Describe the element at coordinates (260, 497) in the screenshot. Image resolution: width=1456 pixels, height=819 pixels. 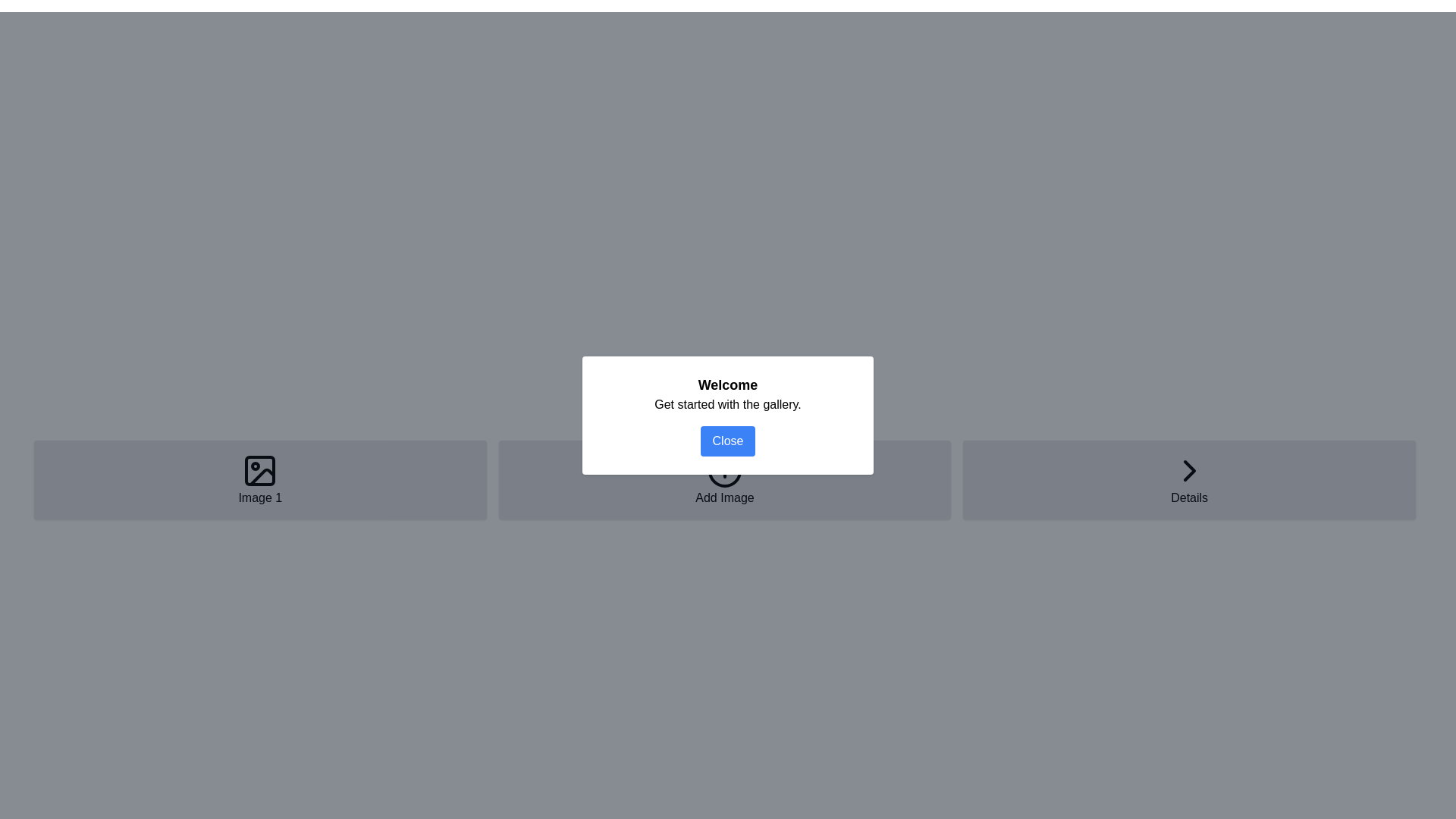
I see `the label that describes the image placeholder, which is positioned at the bottom-center of the first card in a row of three cards` at that location.